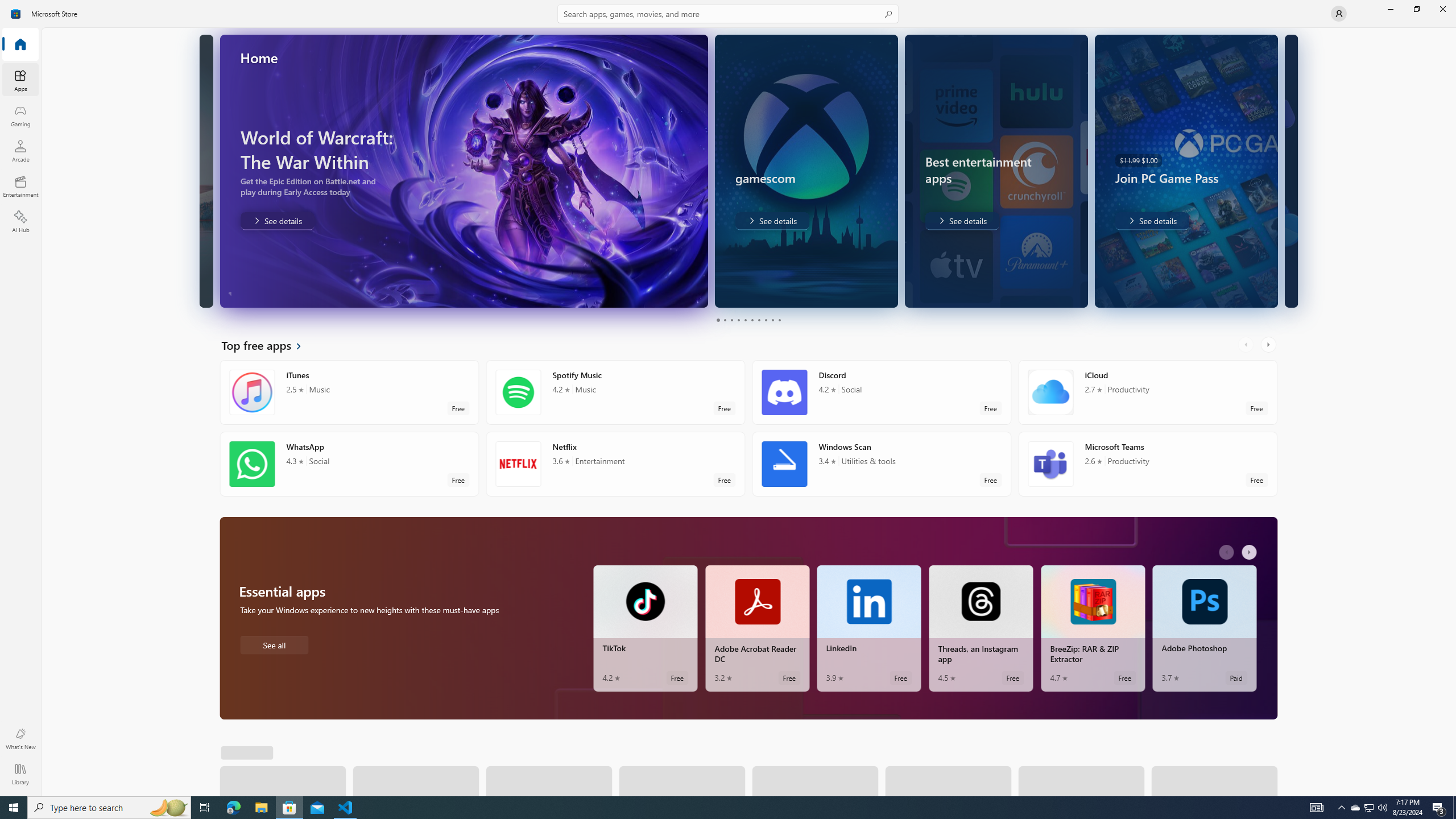 The height and width of the screenshot is (819, 1456). Describe the element at coordinates (274, 644) in the screenshot. I see `'See all  Essential apps'` at that location.